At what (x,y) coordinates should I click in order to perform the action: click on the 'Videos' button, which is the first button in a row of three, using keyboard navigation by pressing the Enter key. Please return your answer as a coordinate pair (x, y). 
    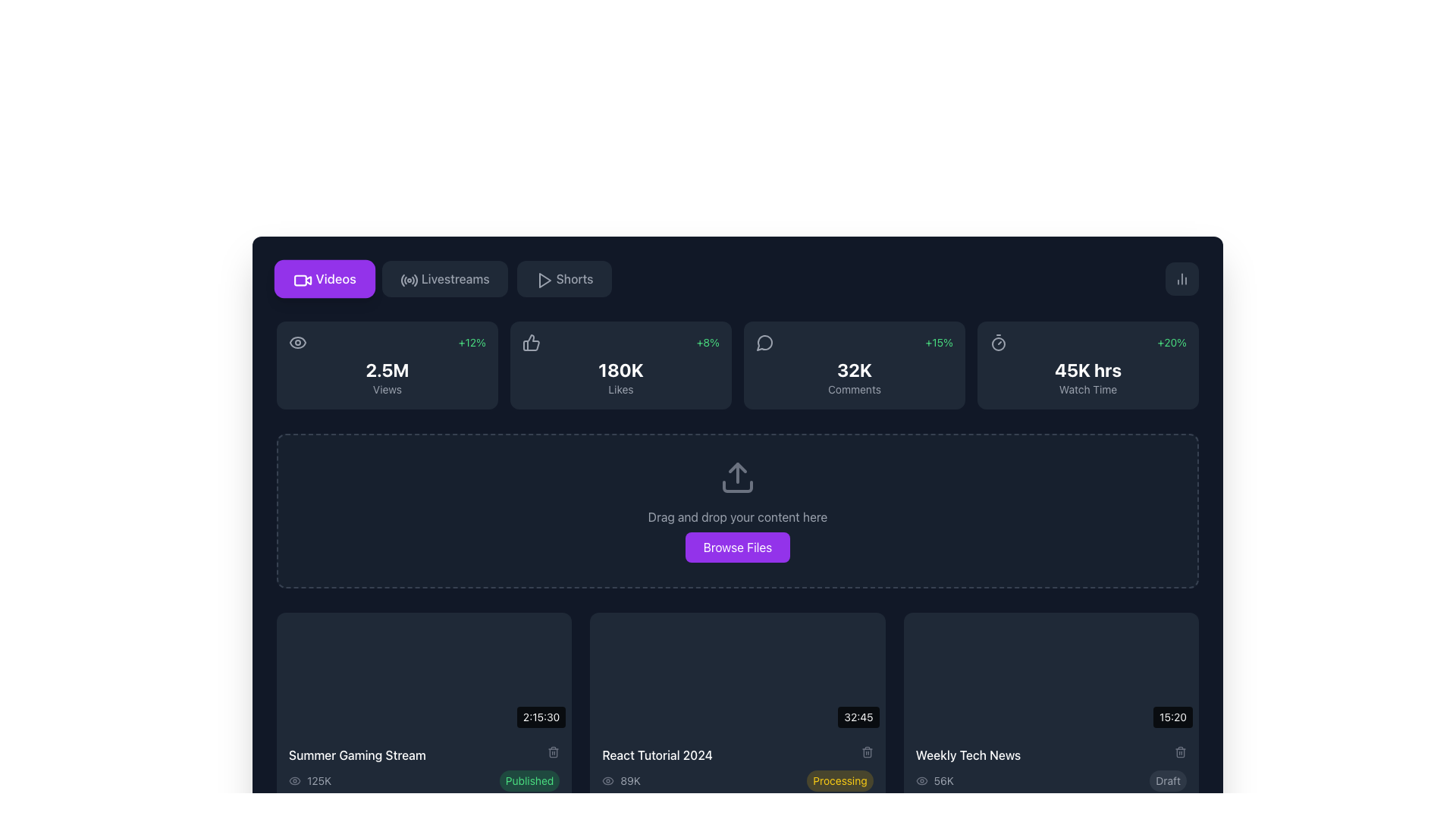
    Looking at the image, I should click on (324, 278).